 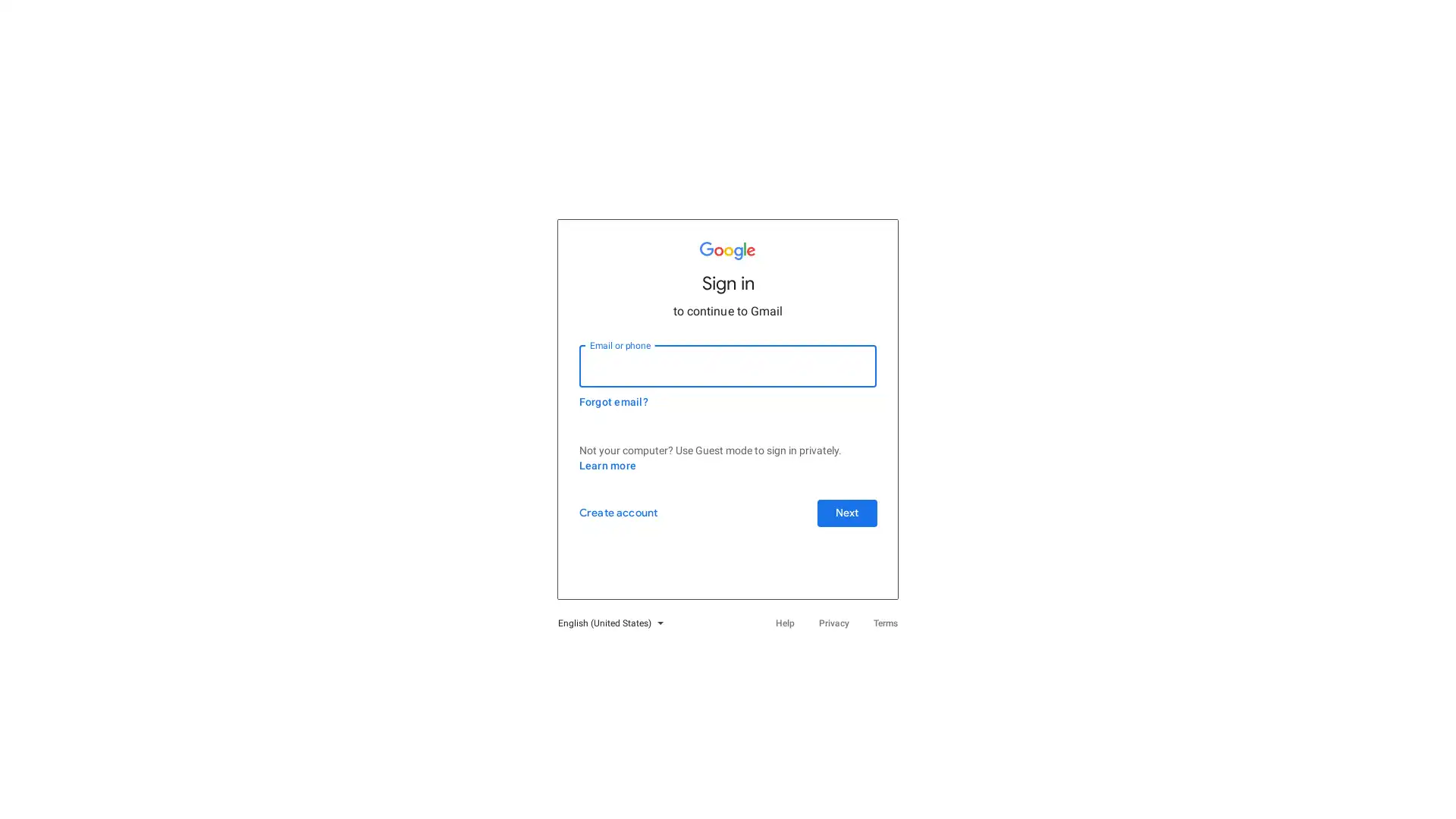 I want to click on Next, so click(x=836, y=526).